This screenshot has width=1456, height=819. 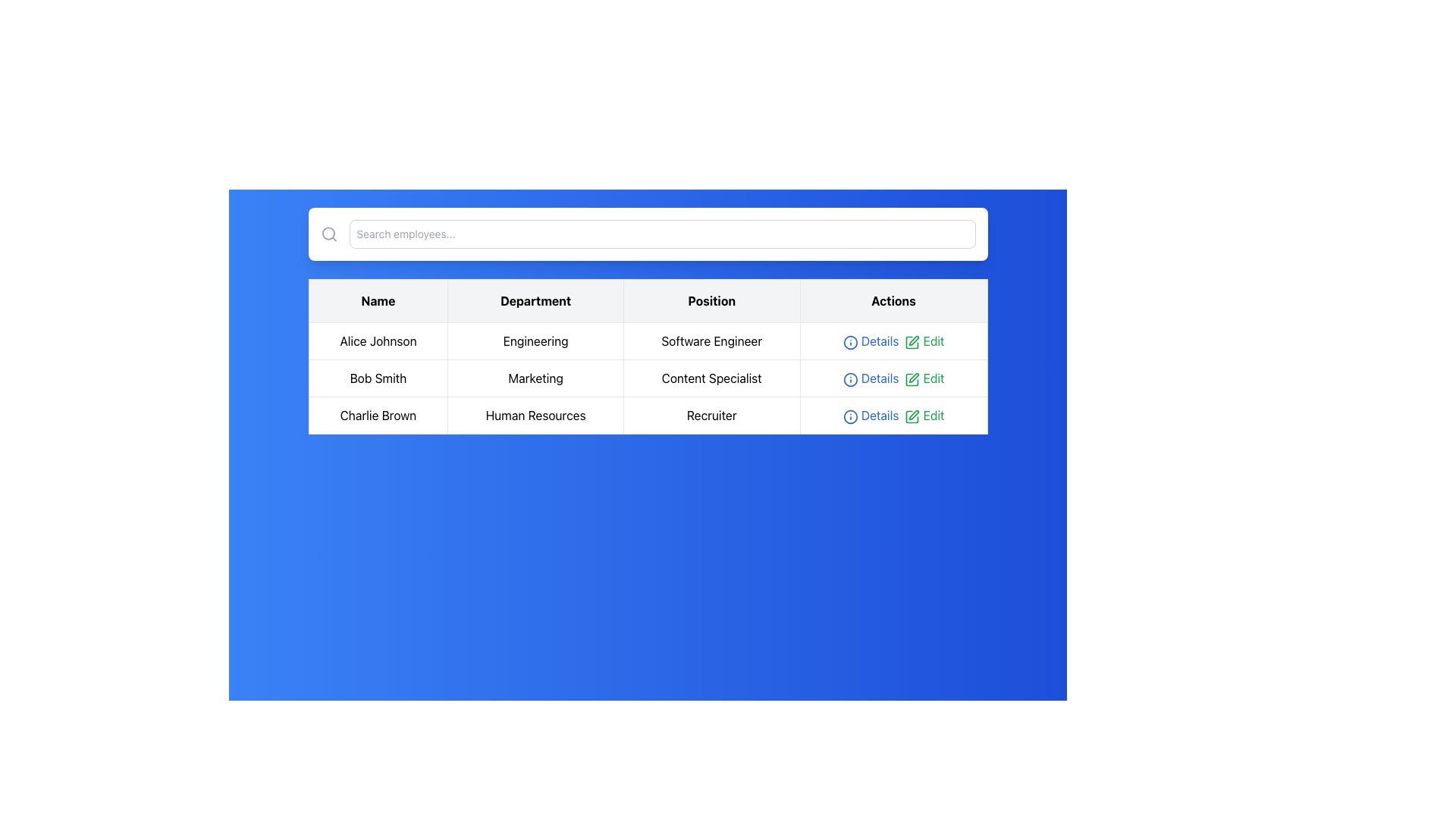 What do you see at coordinates (912, 378) in the screenshot?
I see `the small pen icon button with a green outline representing the edit action for the row associated with 'Bob Smith' in the 'Actions' column of the table` at bounding box center [912, 378].